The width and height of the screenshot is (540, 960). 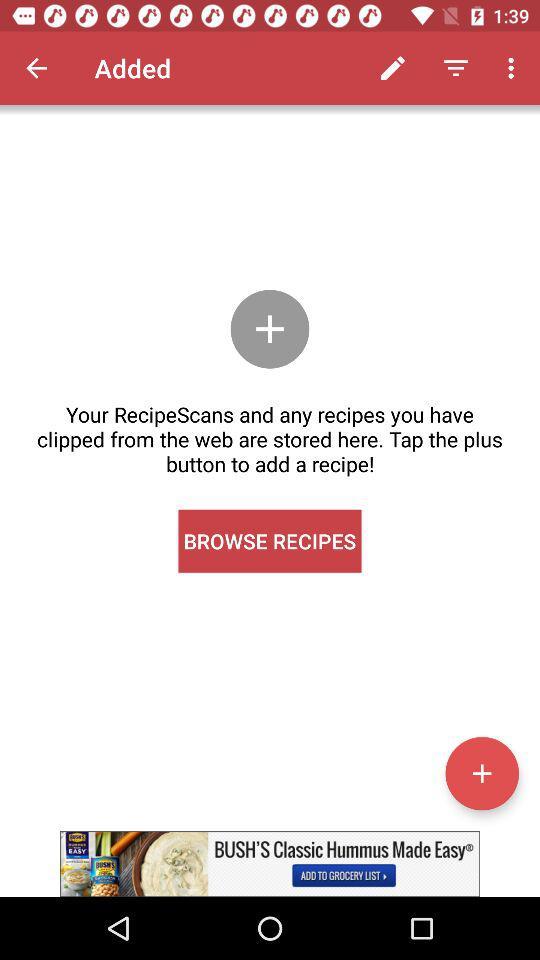 I want to click on back to previous menu, so click(x=36, y=68).